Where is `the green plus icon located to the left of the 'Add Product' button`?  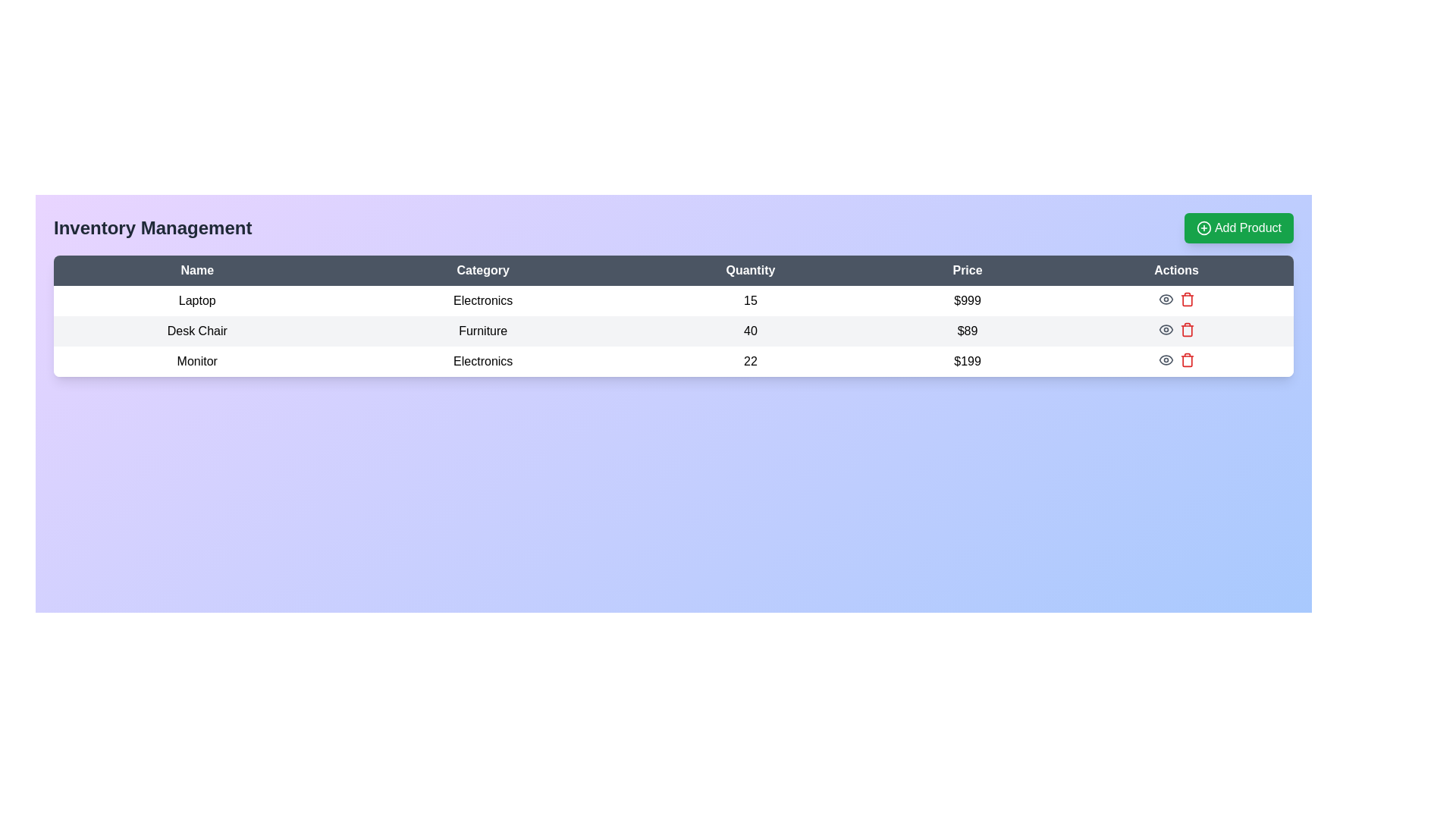 the green plus icon located to the left of the 'Add Product' button is located at coordinates (1203, 227).